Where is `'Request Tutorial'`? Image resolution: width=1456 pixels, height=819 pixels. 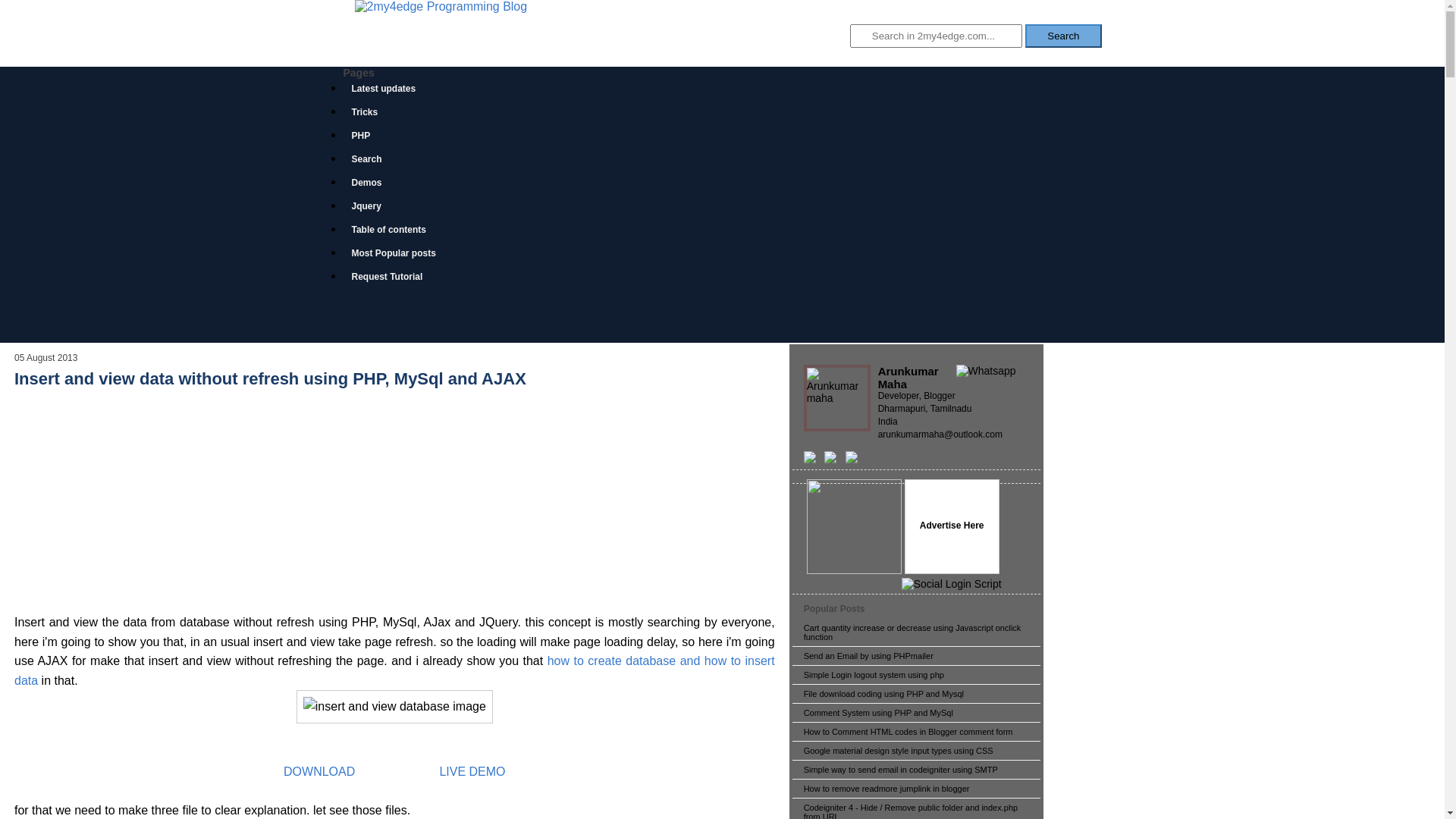 'Request Tutorial' is located at coordinates (394, 278).